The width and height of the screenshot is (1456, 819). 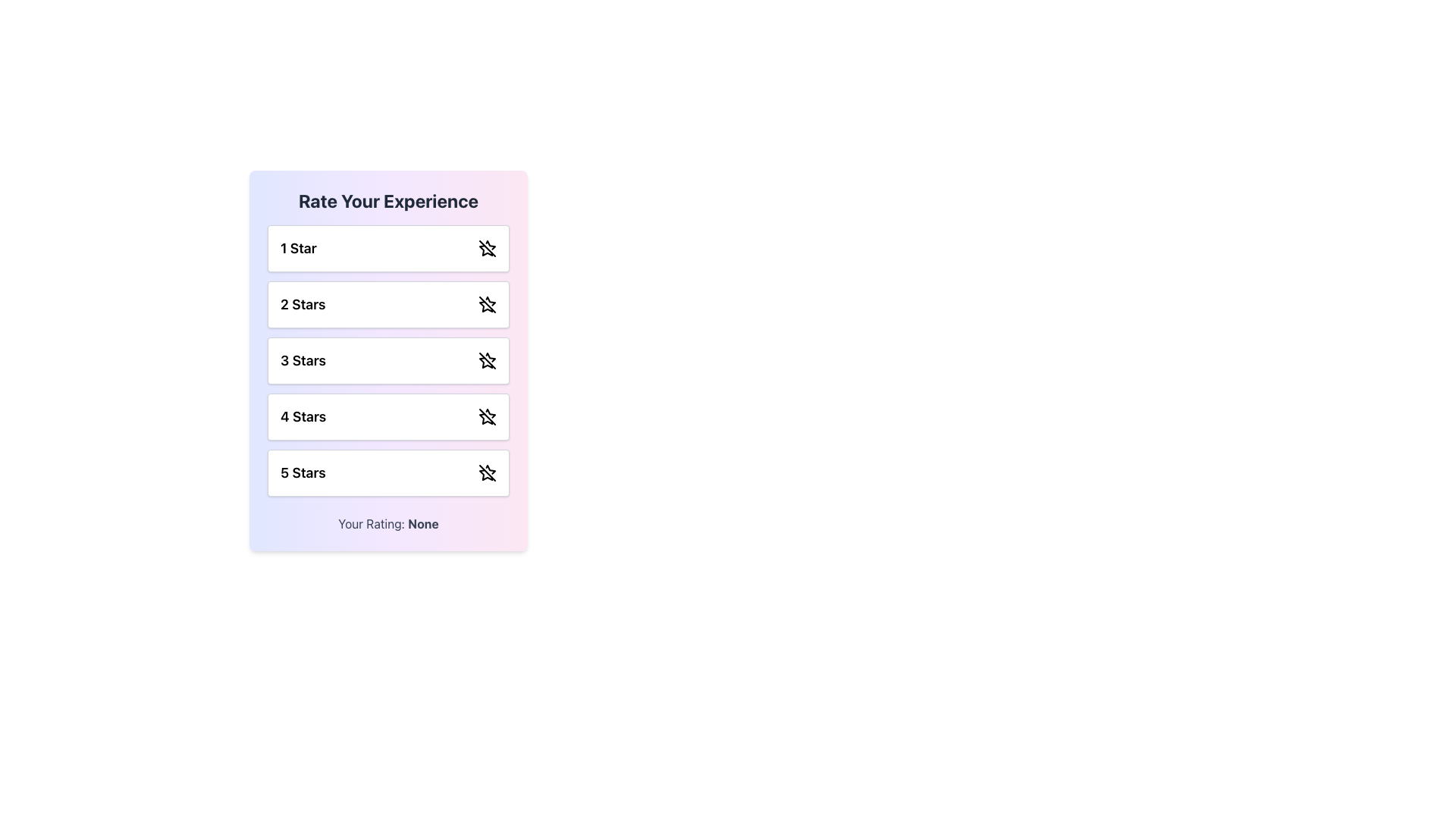 What do you see at coordinates (488, 304) in the screenshot?
I see `the SVG line component representing the 'inactive' state of the second star icon in the rating interface, located next to the '2 Stars' label` at bounding box center [488, 304].